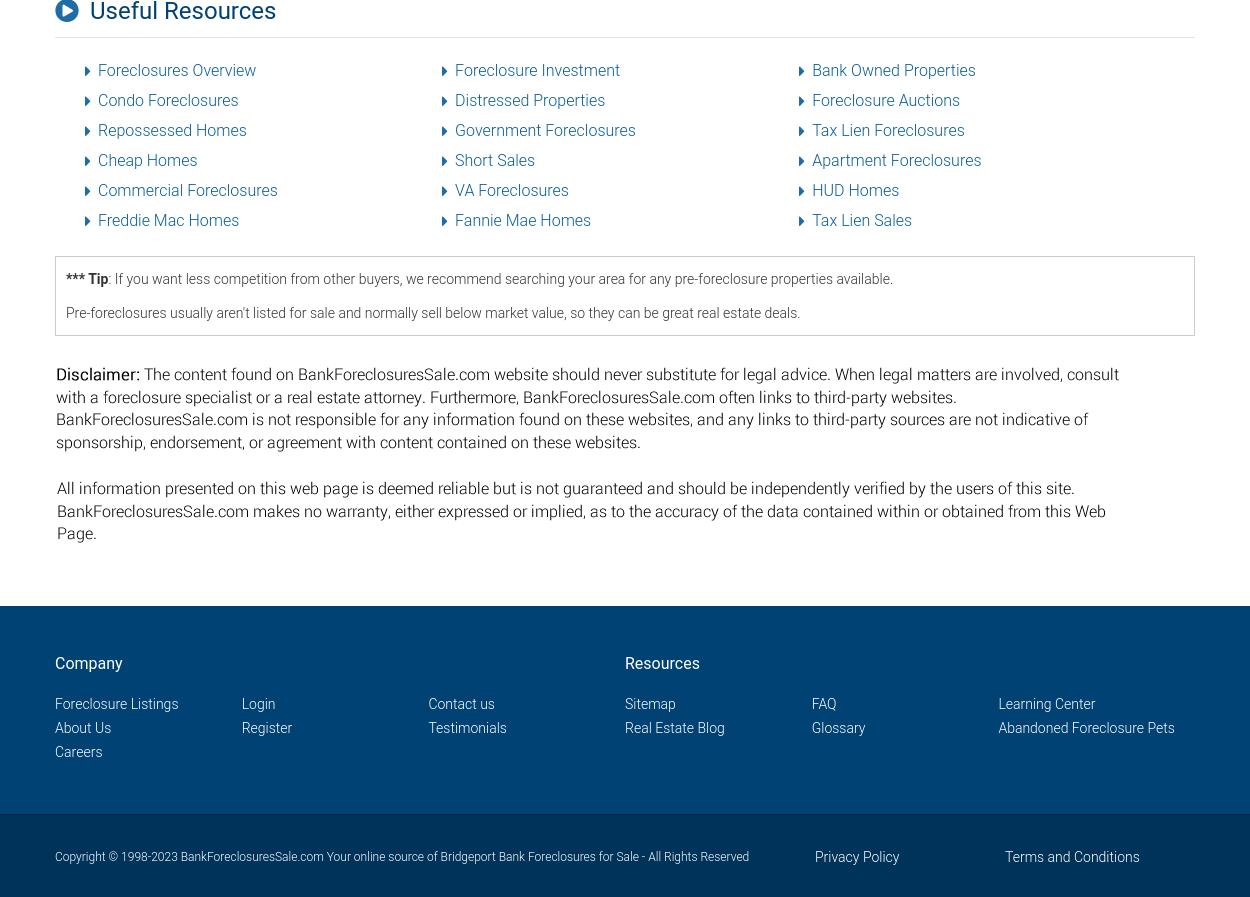 Image resolution: width=1250 pixels, height=897 pixels. I want to click on 'Commercial Foreclosures', so click(187, 189).